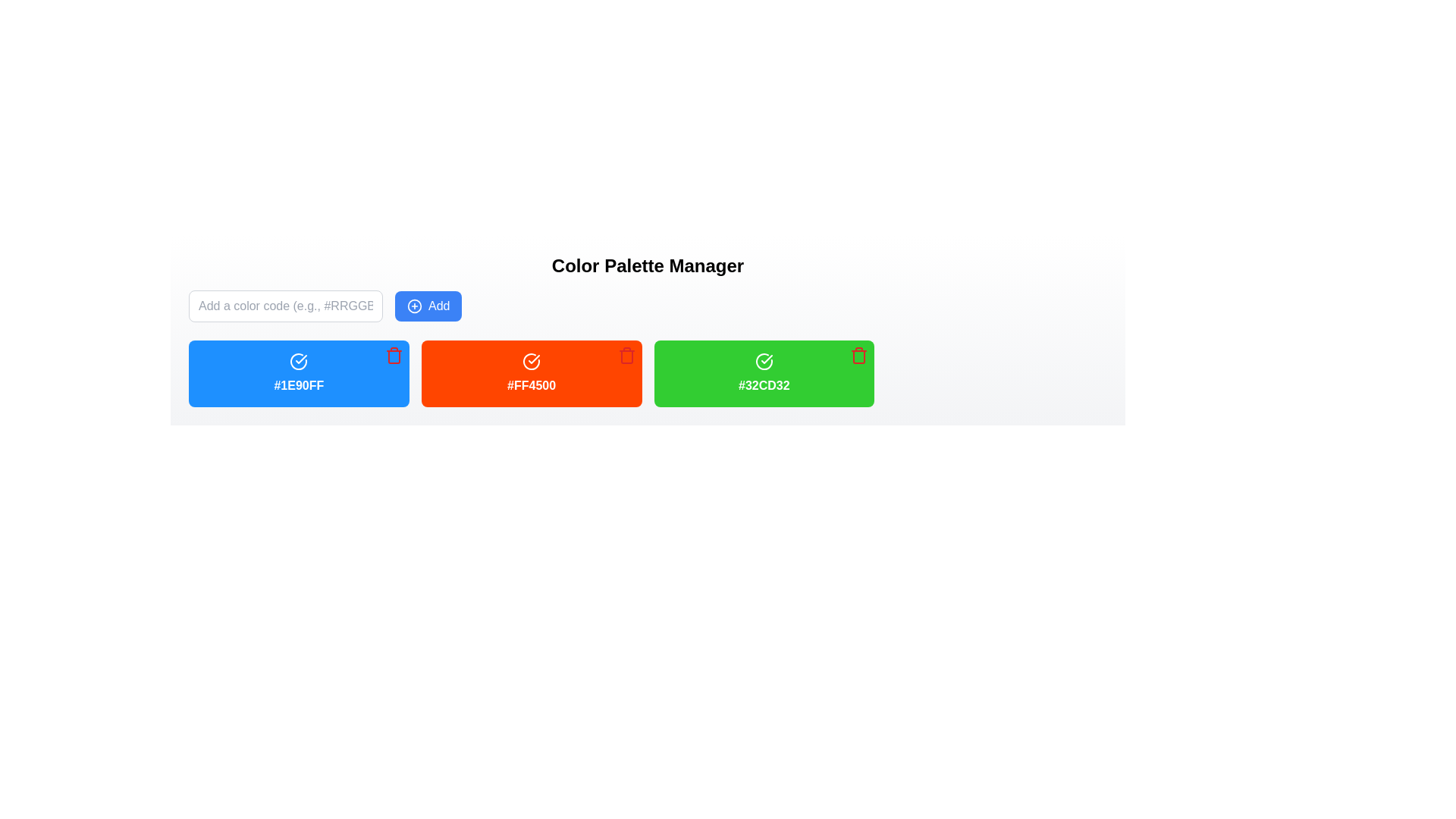 Image resolution: width=1456 pixels, height=819 pixels. I want to click on the displayed color information of the orange card (#FF4500), which is the second card in a row of three color cards, so click(532, 374).